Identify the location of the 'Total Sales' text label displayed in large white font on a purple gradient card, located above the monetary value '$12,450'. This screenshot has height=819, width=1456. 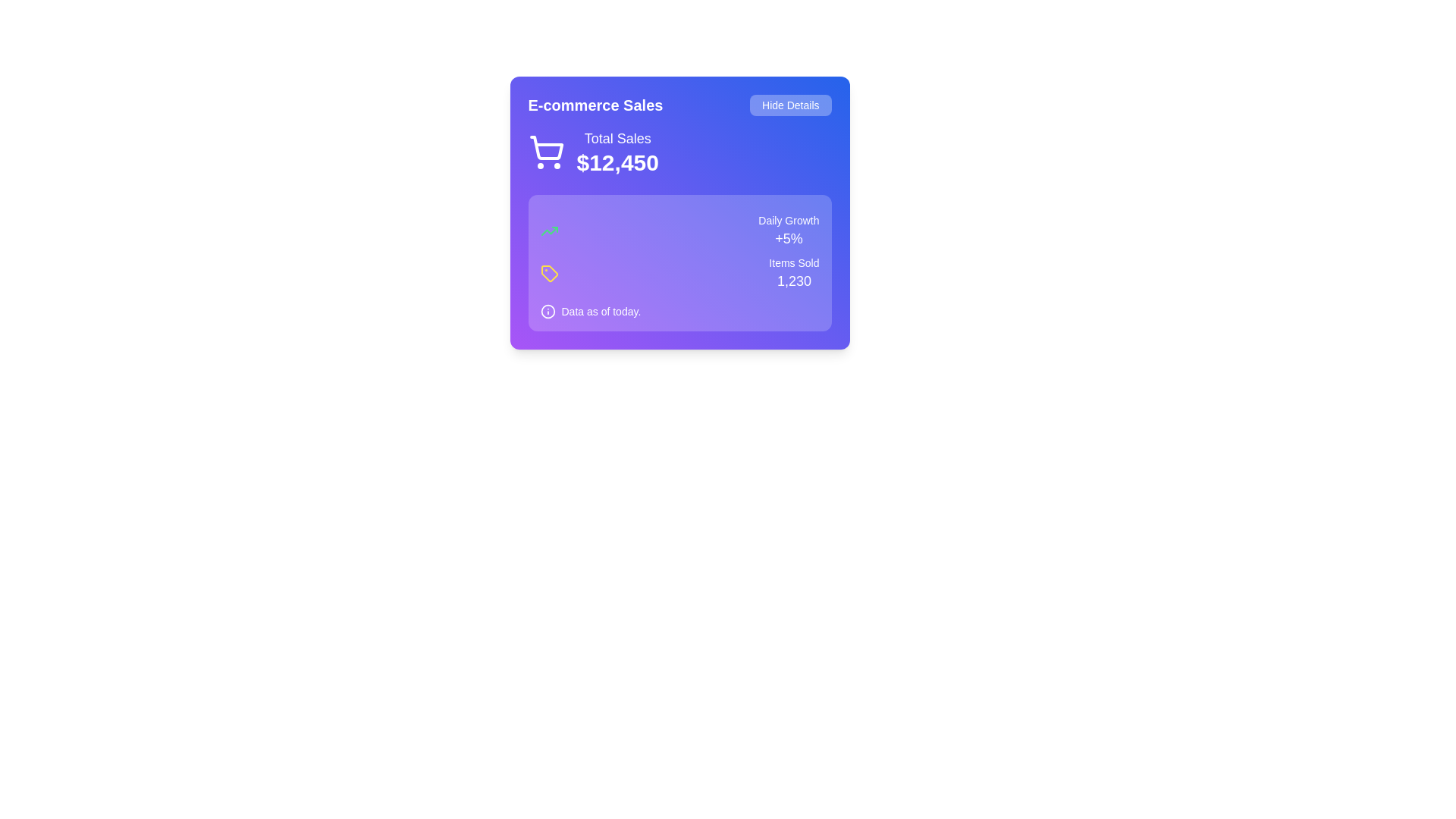
(617, 138).